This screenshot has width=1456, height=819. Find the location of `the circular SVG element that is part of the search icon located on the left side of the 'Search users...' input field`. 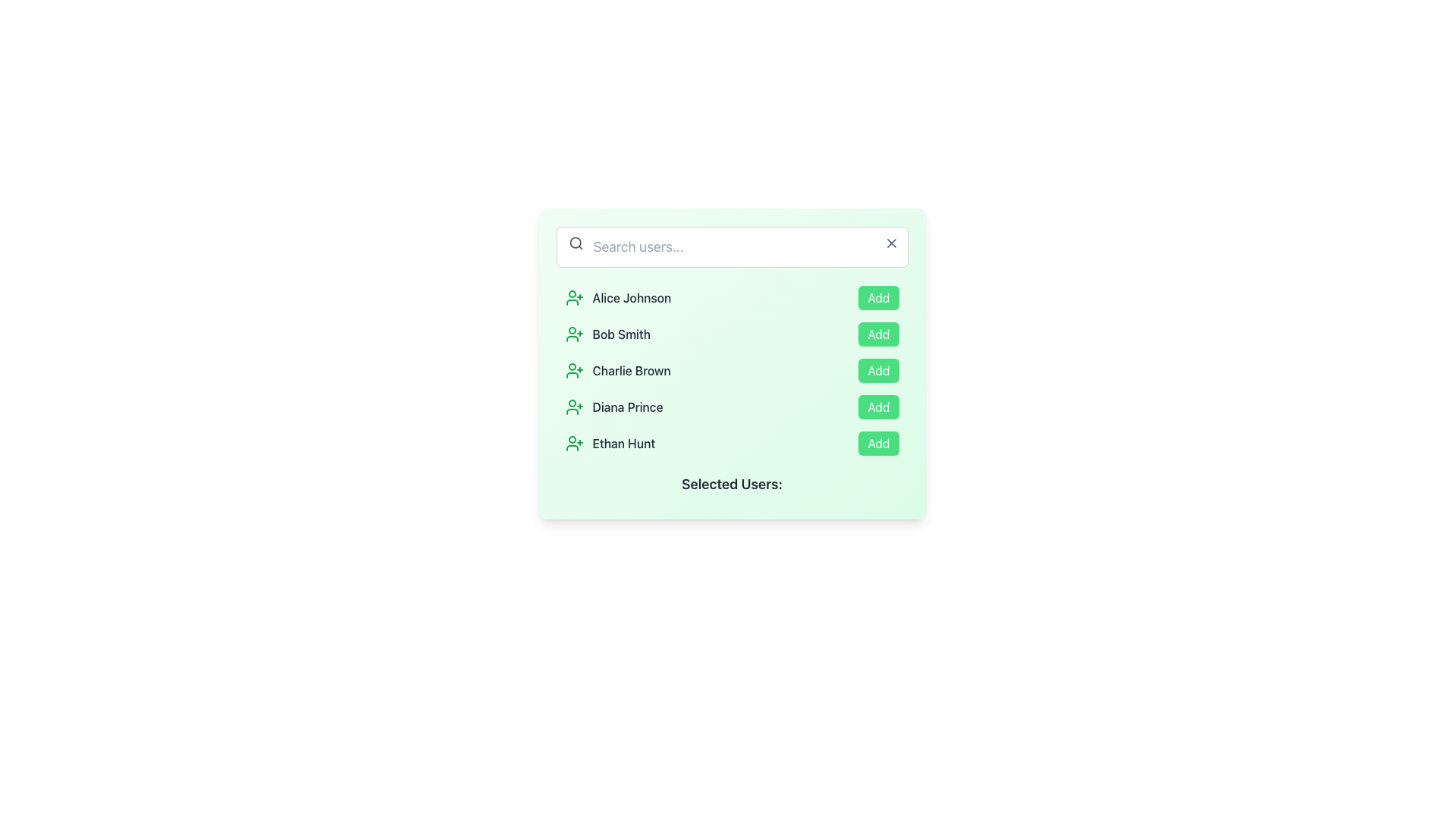

the circular SVG element that is part of the search icon located on the left side of the 'Search users...' input field is located at coordinates (574, 242).